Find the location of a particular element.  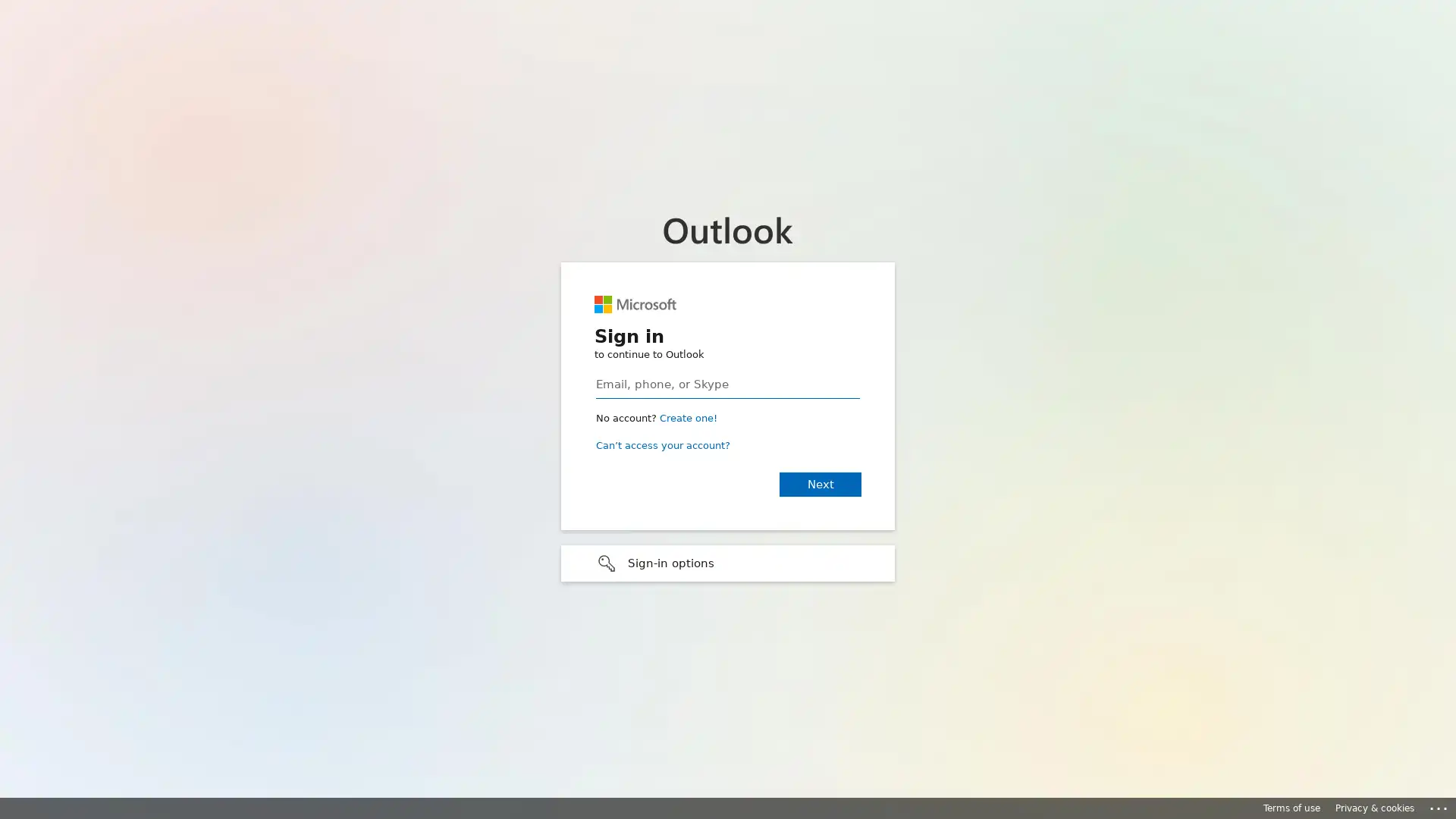

Sign-in options is located at coordinates (728, 562).